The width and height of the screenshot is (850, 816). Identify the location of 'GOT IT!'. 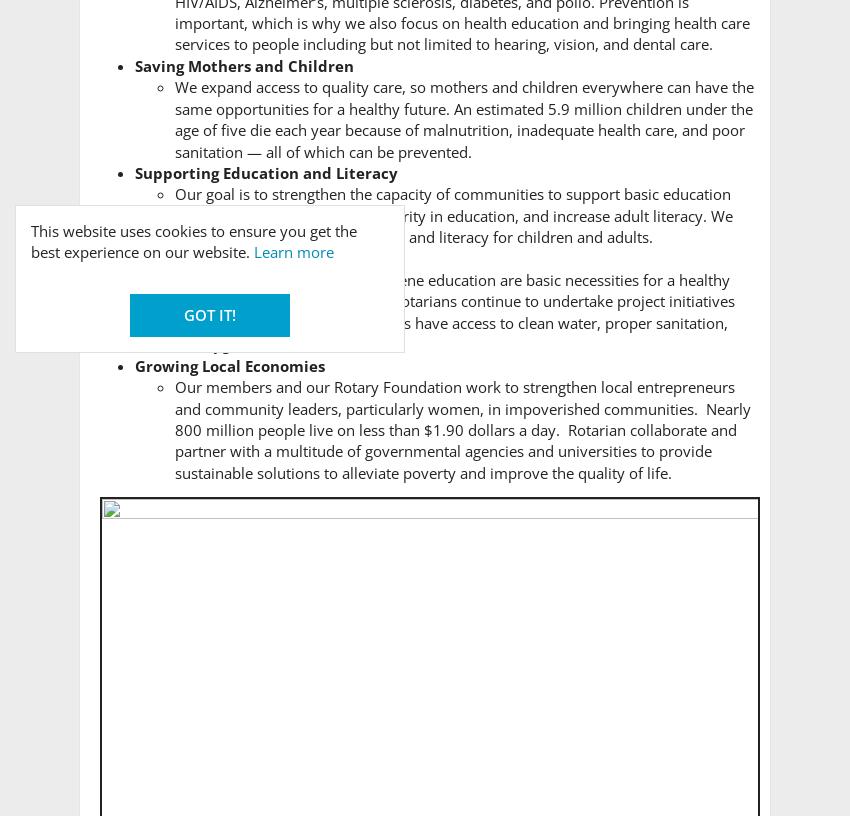
(209, 313).